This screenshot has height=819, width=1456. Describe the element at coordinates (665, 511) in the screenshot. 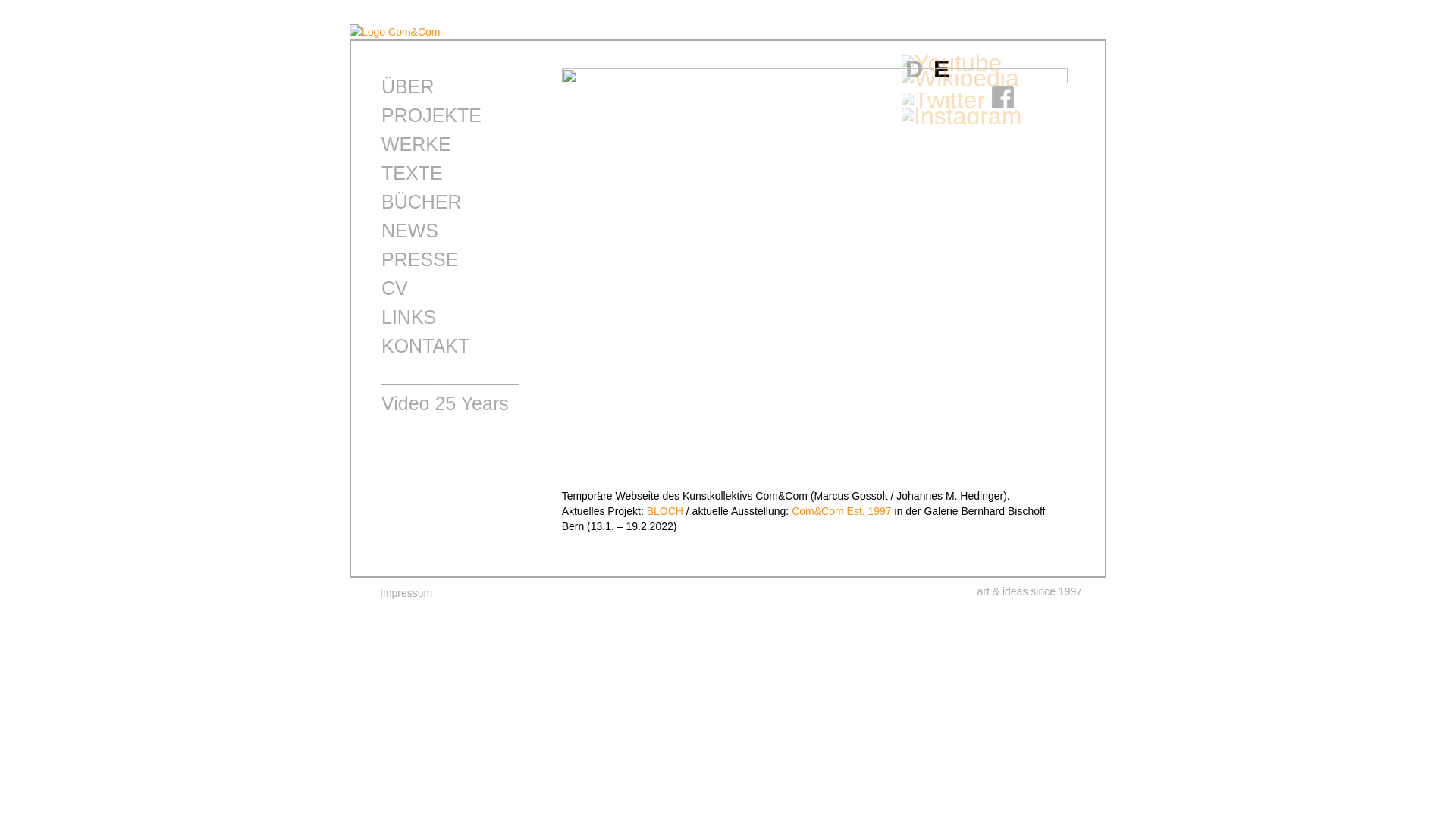

I see `'BLOCH'` at that location.